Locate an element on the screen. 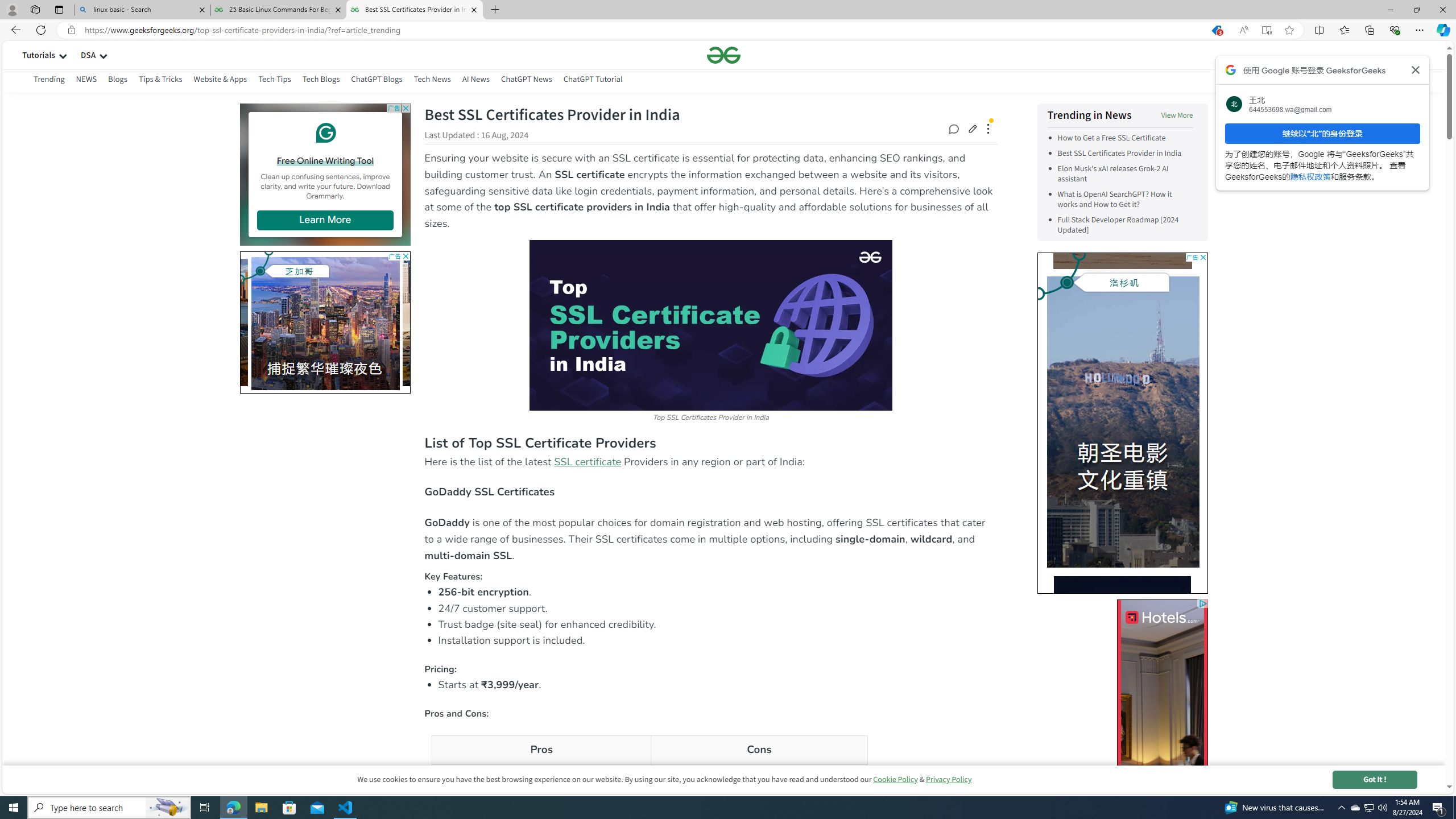  'NEWS' is located at coordinates (86, 78).